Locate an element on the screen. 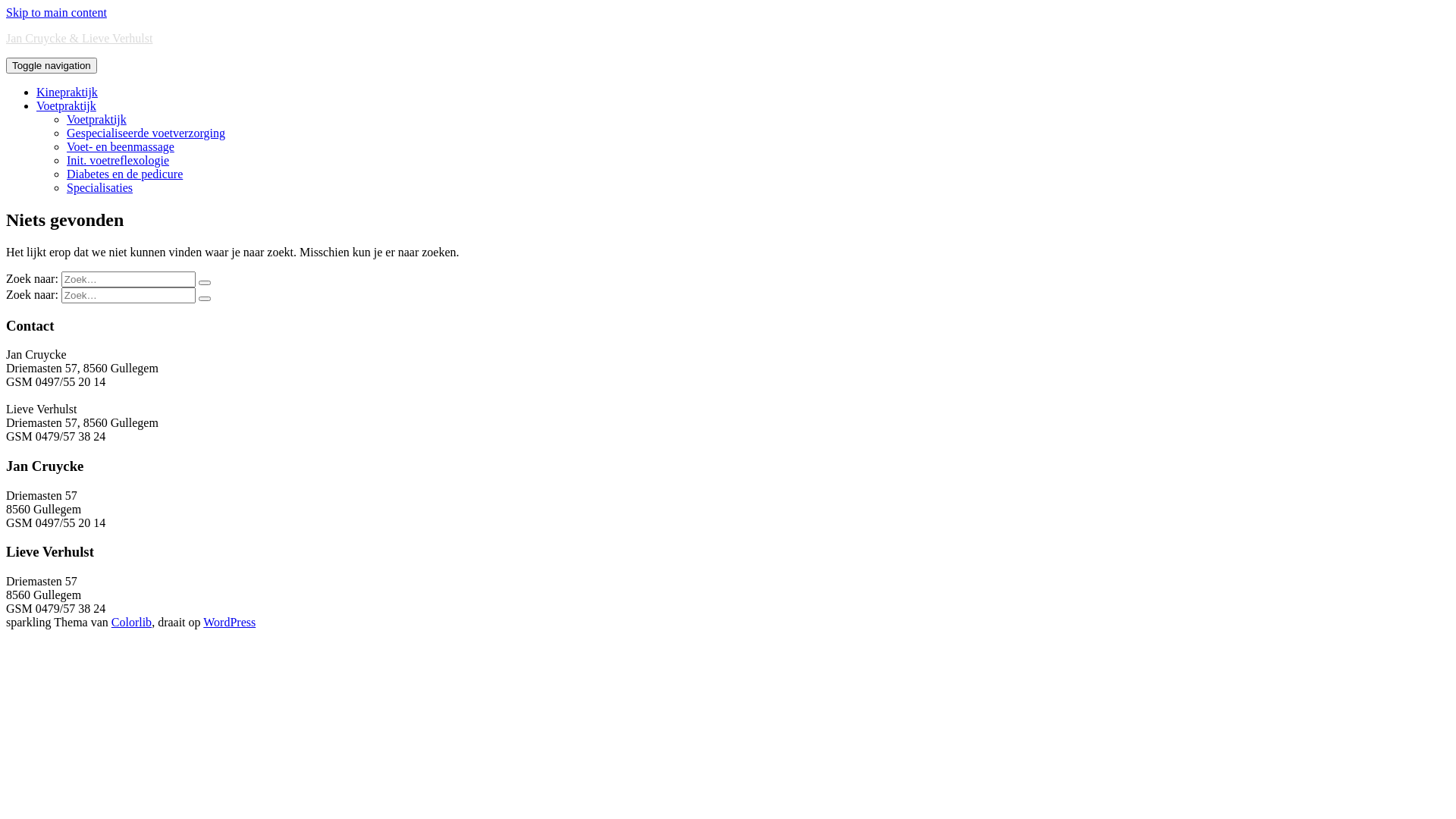  'WordPress' is located at coordinates (228, 622).